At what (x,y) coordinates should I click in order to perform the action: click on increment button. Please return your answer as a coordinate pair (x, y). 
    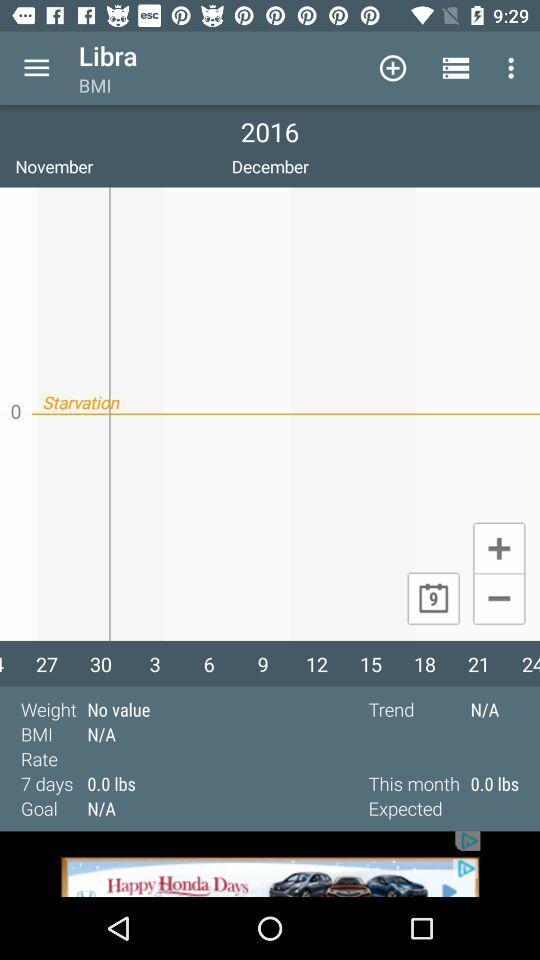
    Looking at the image, I should click on (498, 547).